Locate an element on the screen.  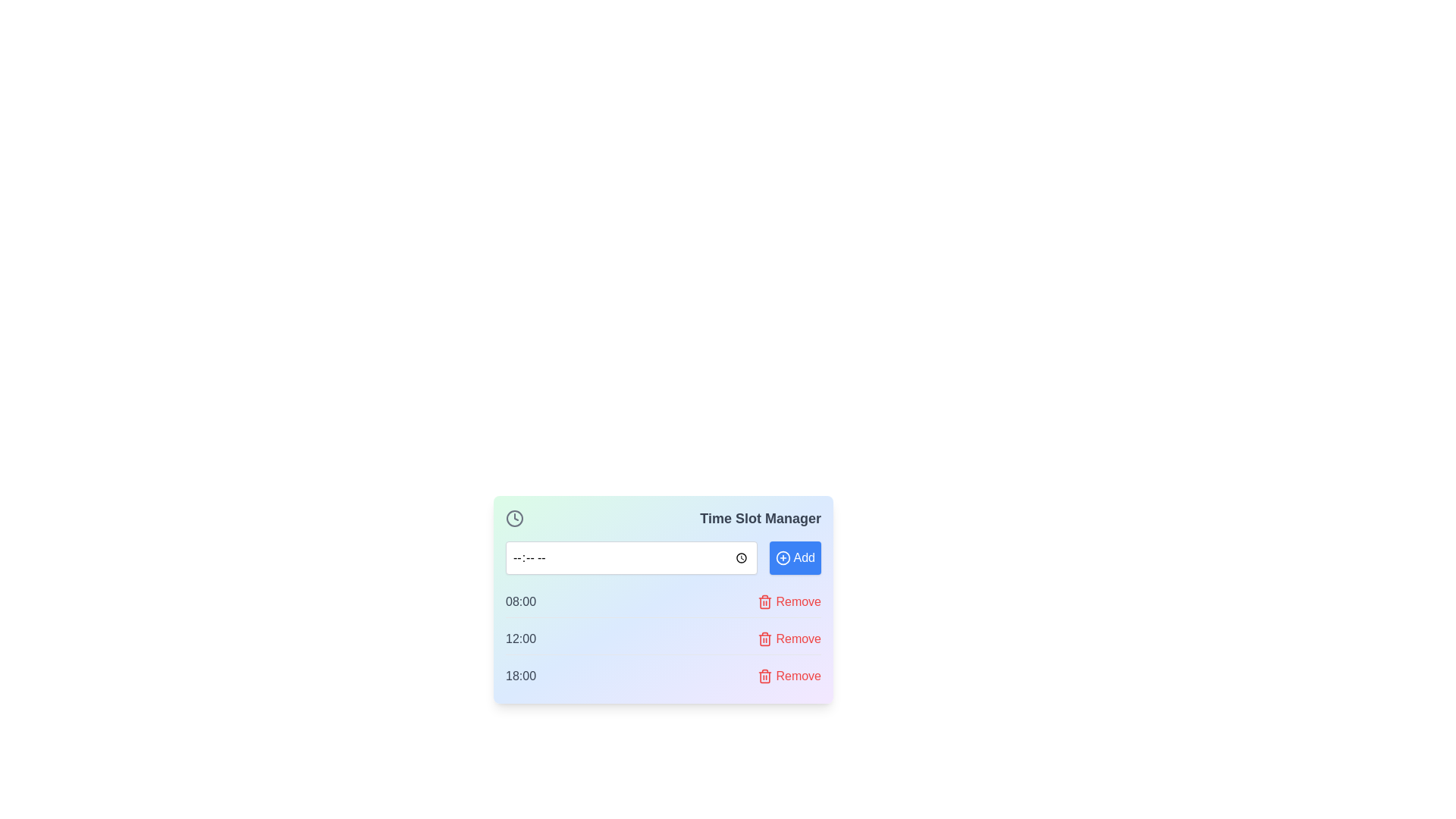
the circular icon with a plus sign located within the 'Add' button in the top-right corner of the 'Time Slot Manager' interface is located at coordinates (783, 558).